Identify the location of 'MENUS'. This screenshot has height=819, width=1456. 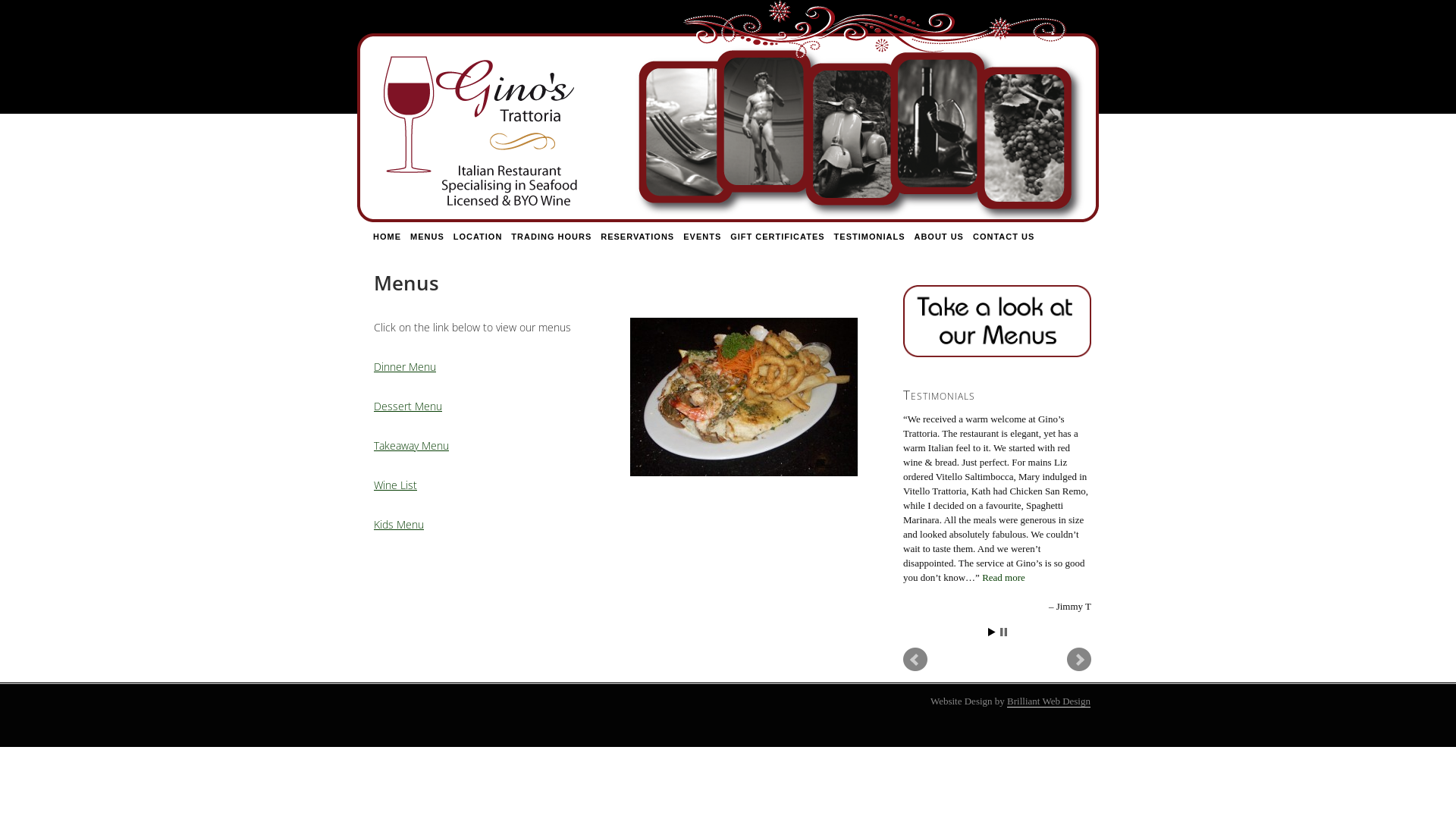
(426, 237).